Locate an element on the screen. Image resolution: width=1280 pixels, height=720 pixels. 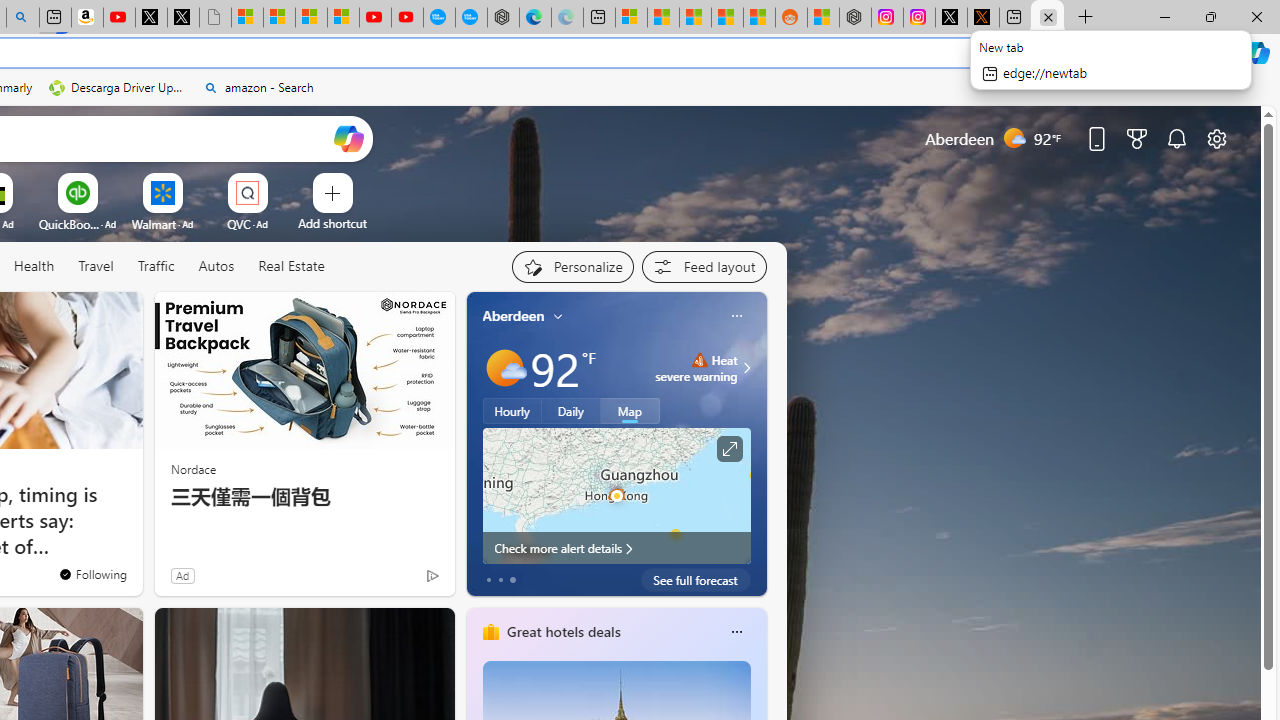
'Hourly' is located at coordinates (512, 410).